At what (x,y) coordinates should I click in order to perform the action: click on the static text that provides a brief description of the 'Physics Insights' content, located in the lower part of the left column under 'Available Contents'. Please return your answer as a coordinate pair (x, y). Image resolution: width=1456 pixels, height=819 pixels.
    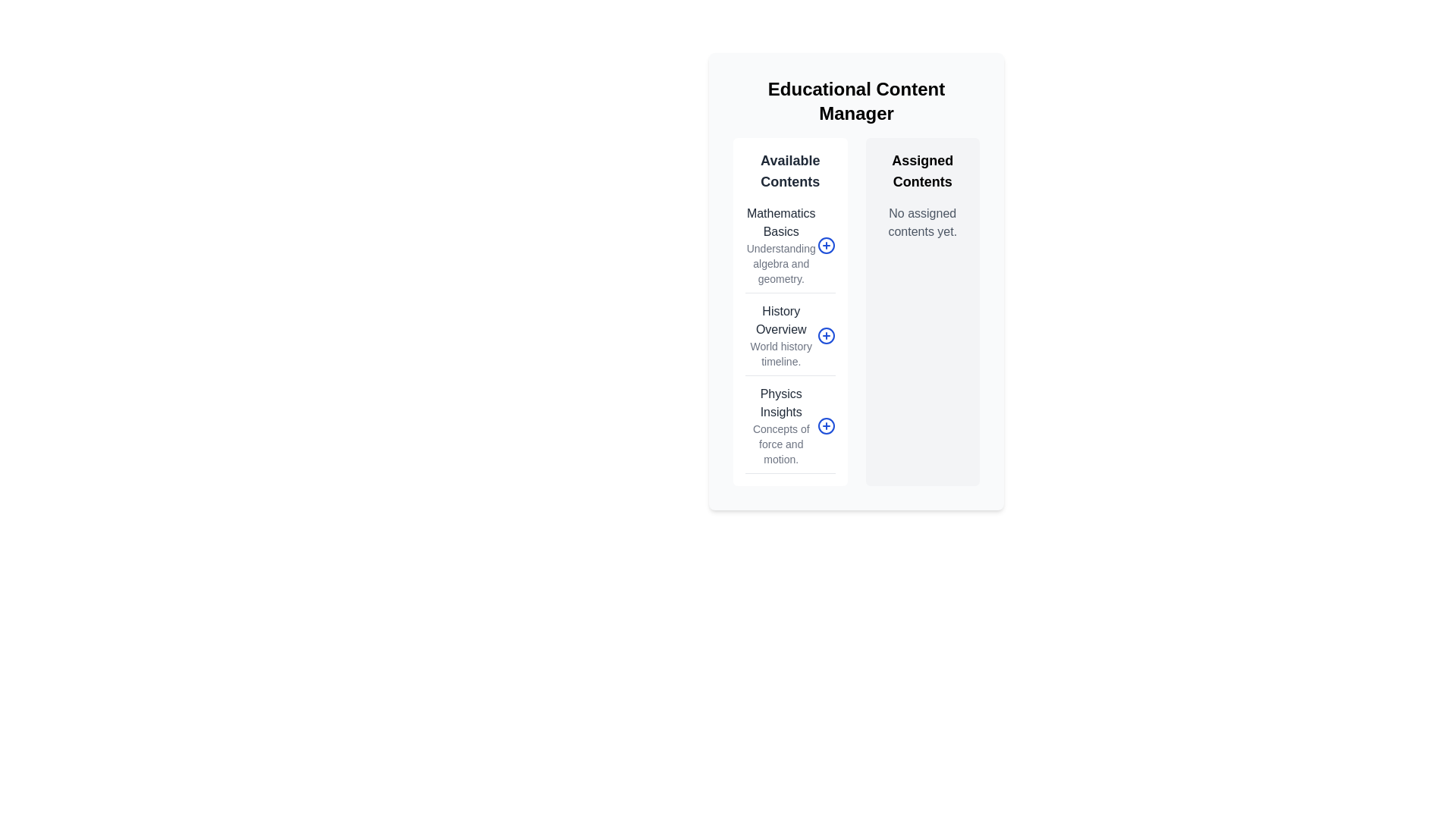
    Looking at the image, I should click on (781, 444).